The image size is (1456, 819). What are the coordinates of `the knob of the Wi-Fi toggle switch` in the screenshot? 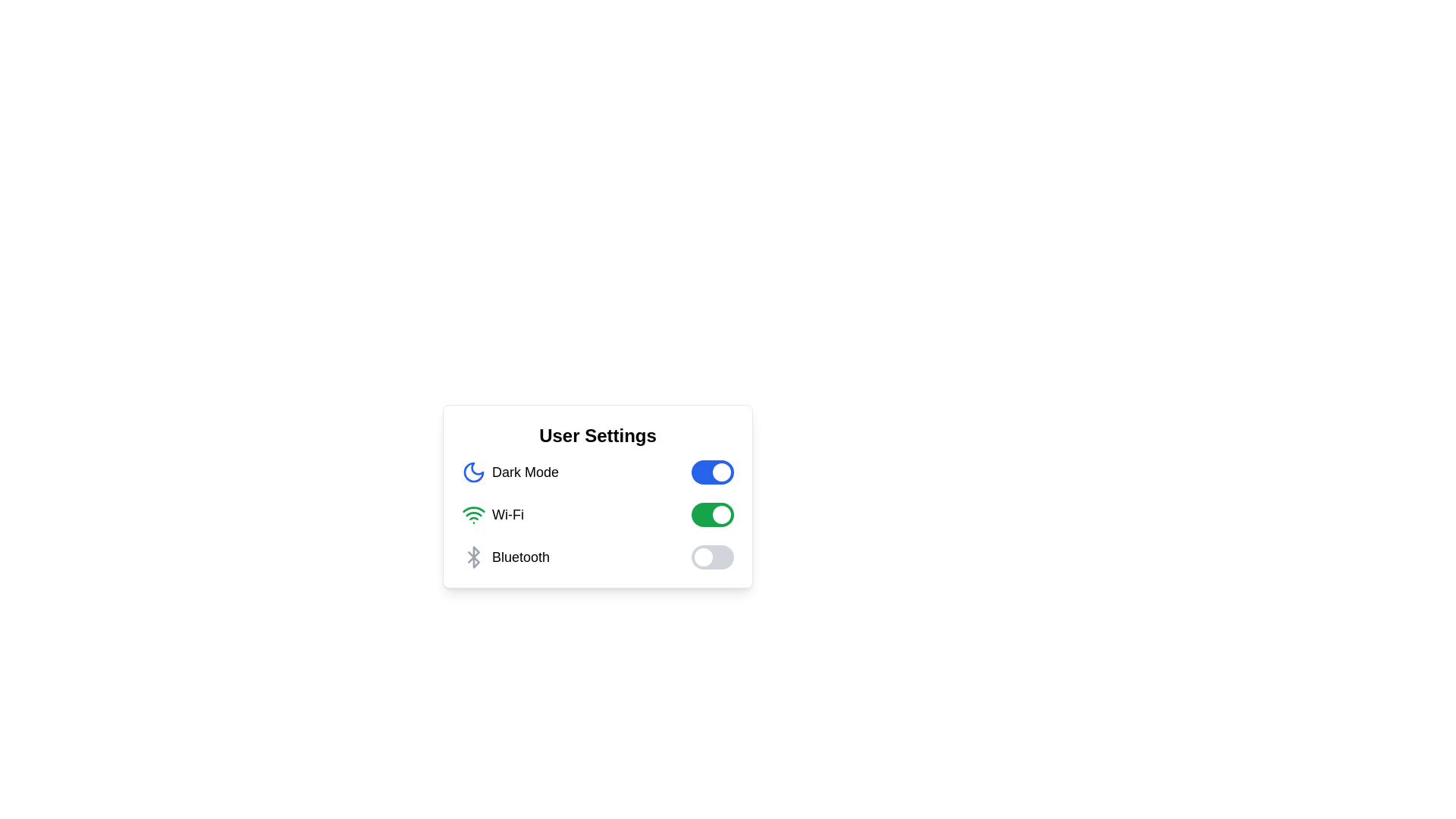 It's located at (712, 513).